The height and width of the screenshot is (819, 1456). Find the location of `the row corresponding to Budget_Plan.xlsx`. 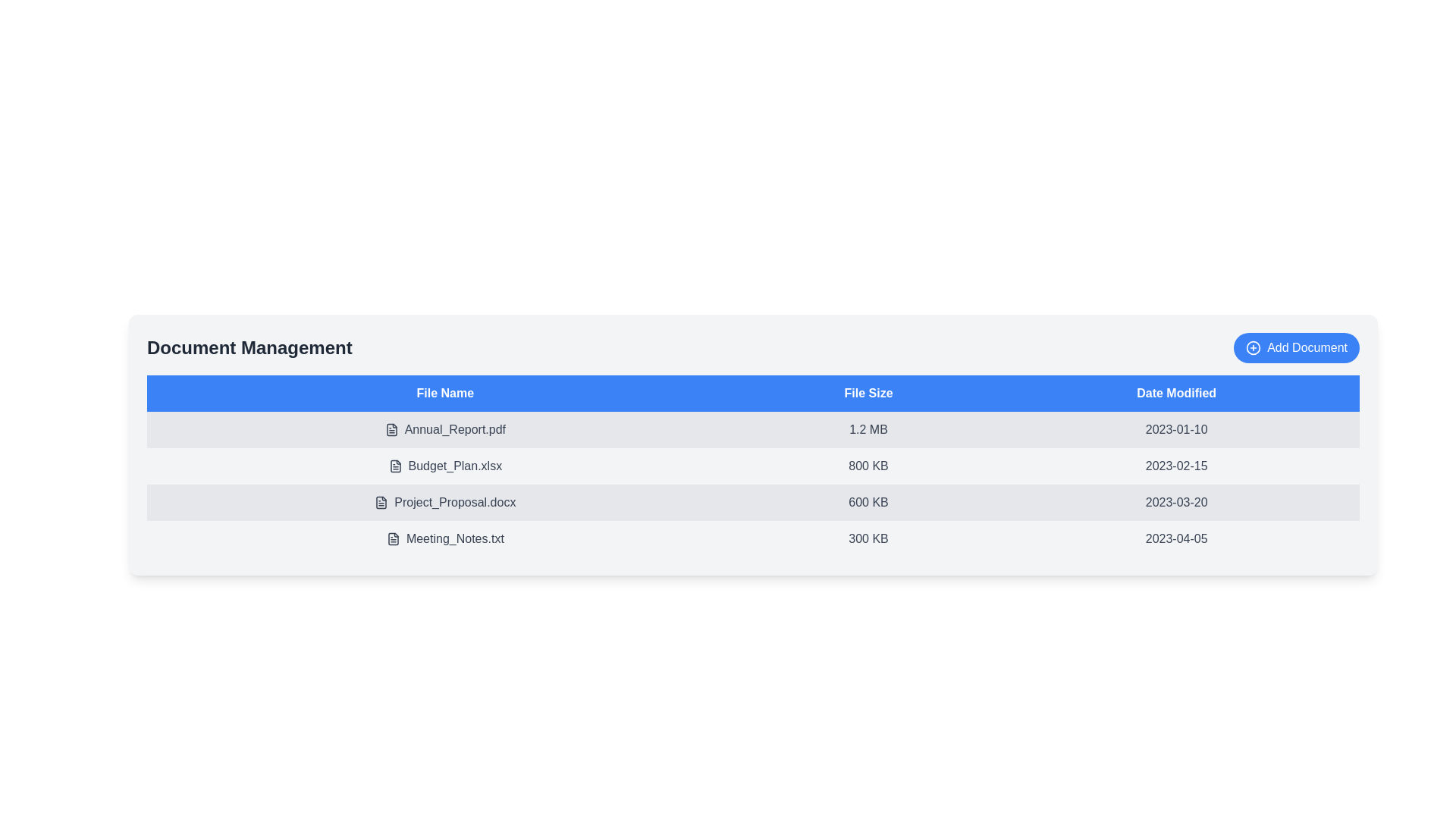

the row corresponding to Budget_Plan.xlsx is located at coordinates (444, 465).